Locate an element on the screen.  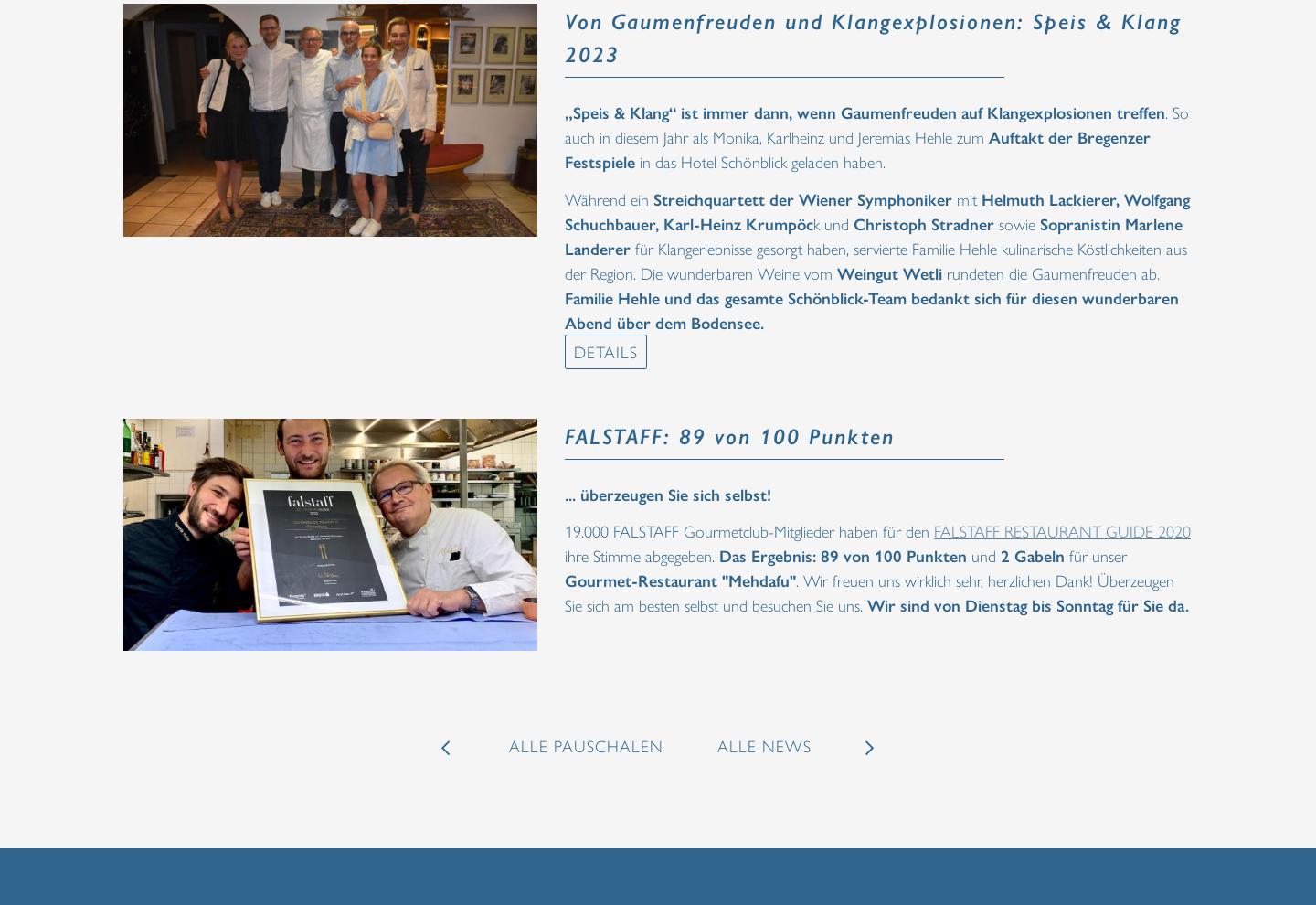
'Helmuth Lackierer, Wolfgang Schuchbauer, Karl-Heinz Krumpöc' is located at coordinates (877, 208).